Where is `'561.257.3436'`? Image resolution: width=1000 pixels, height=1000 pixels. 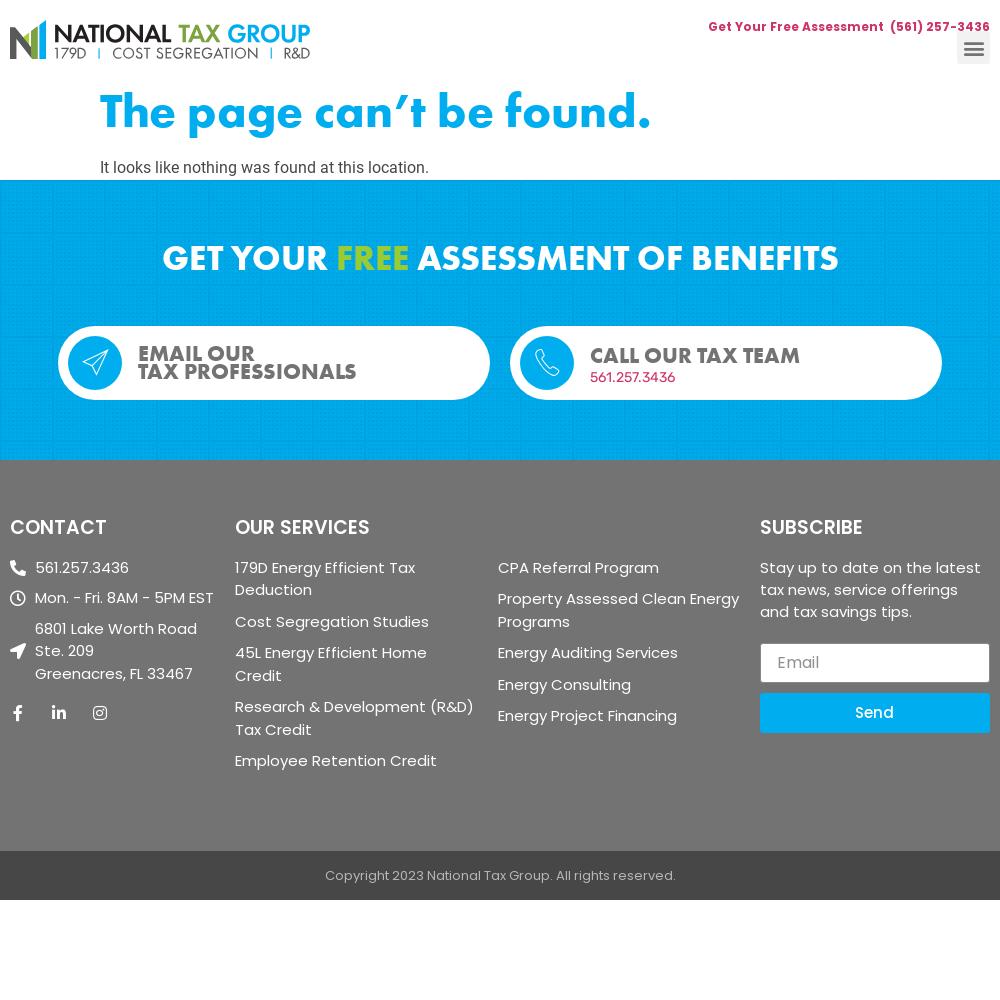 '561.257.3436' is located at coordinates (81, 565).